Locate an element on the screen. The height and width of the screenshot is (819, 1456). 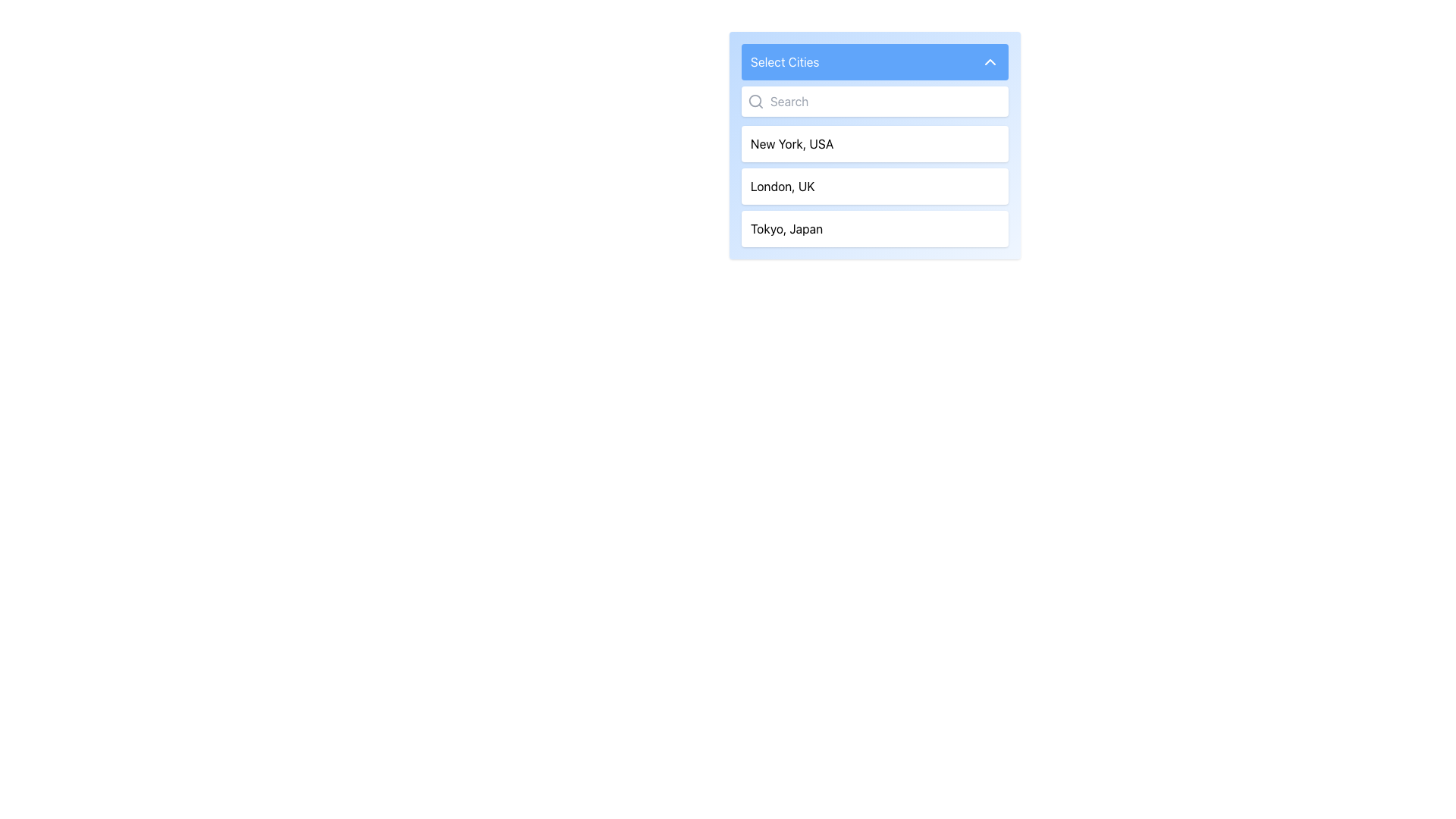
to select the 'New York, USA' option from the dropdown menu, which is the first item listed directly below the search bar is located at coordinates (874, 143).